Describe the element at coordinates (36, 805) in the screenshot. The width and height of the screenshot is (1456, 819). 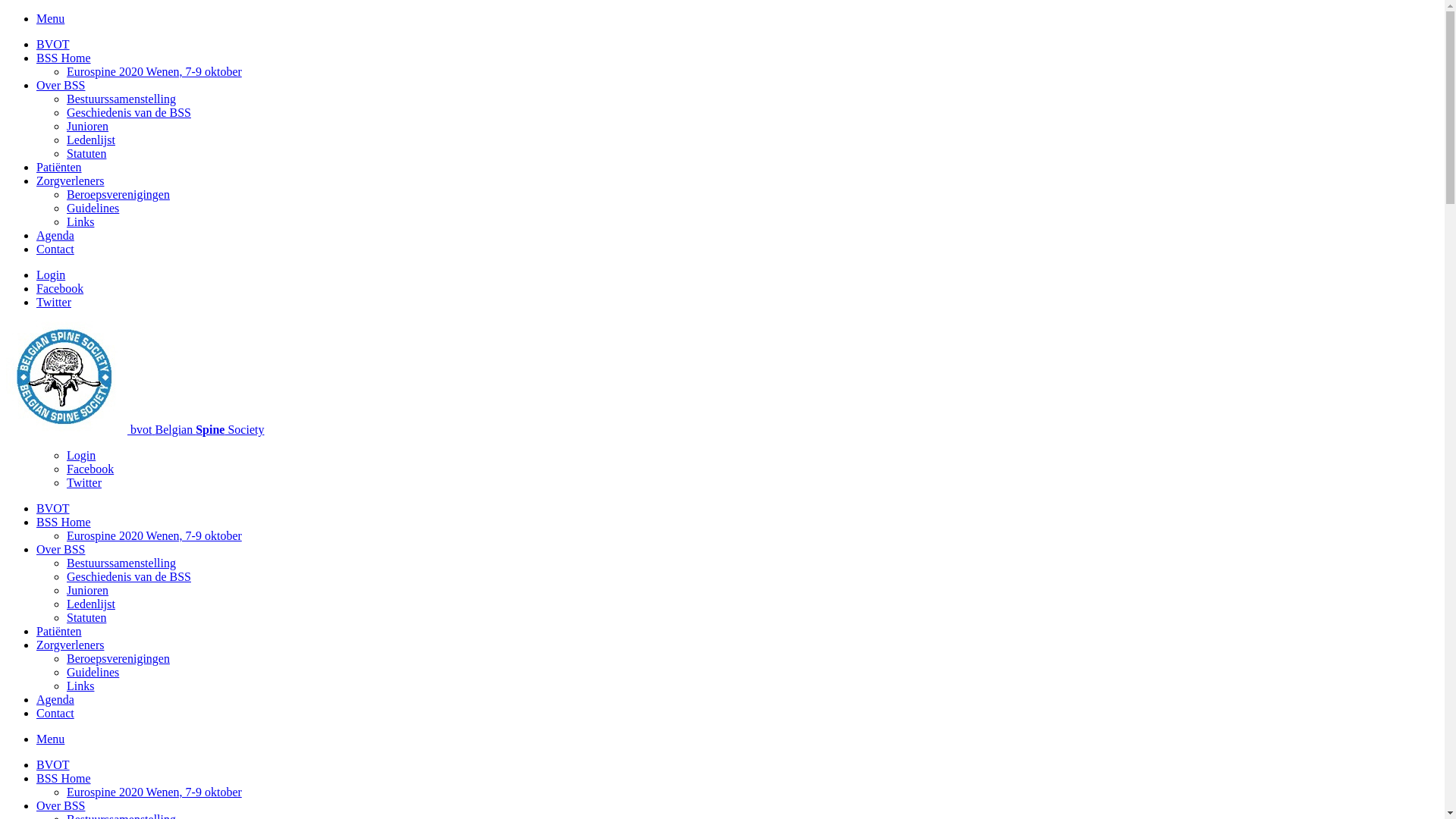
I see `'Over BSS'` at that location.